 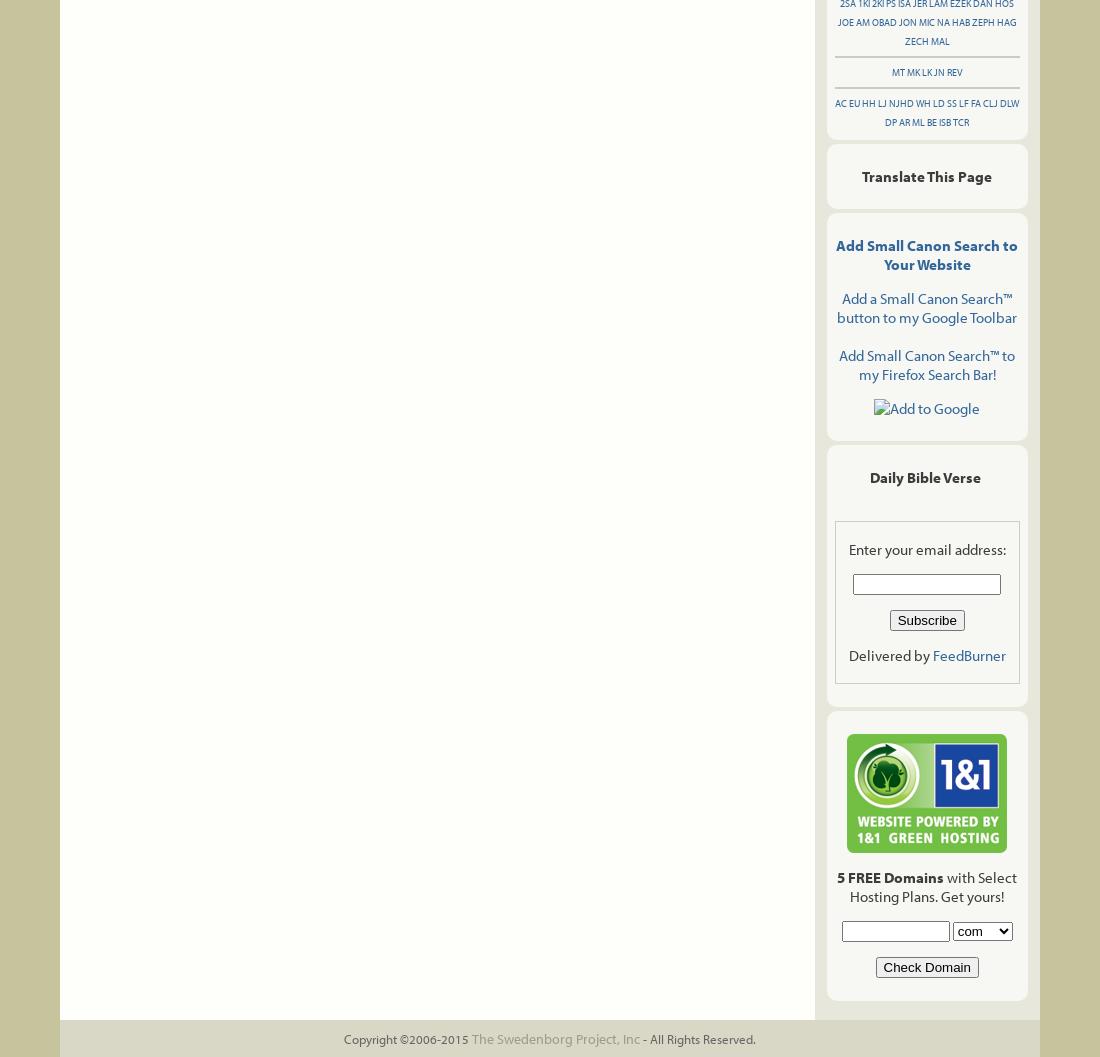 I want to click on 'MT', so click(x=897, y=72).